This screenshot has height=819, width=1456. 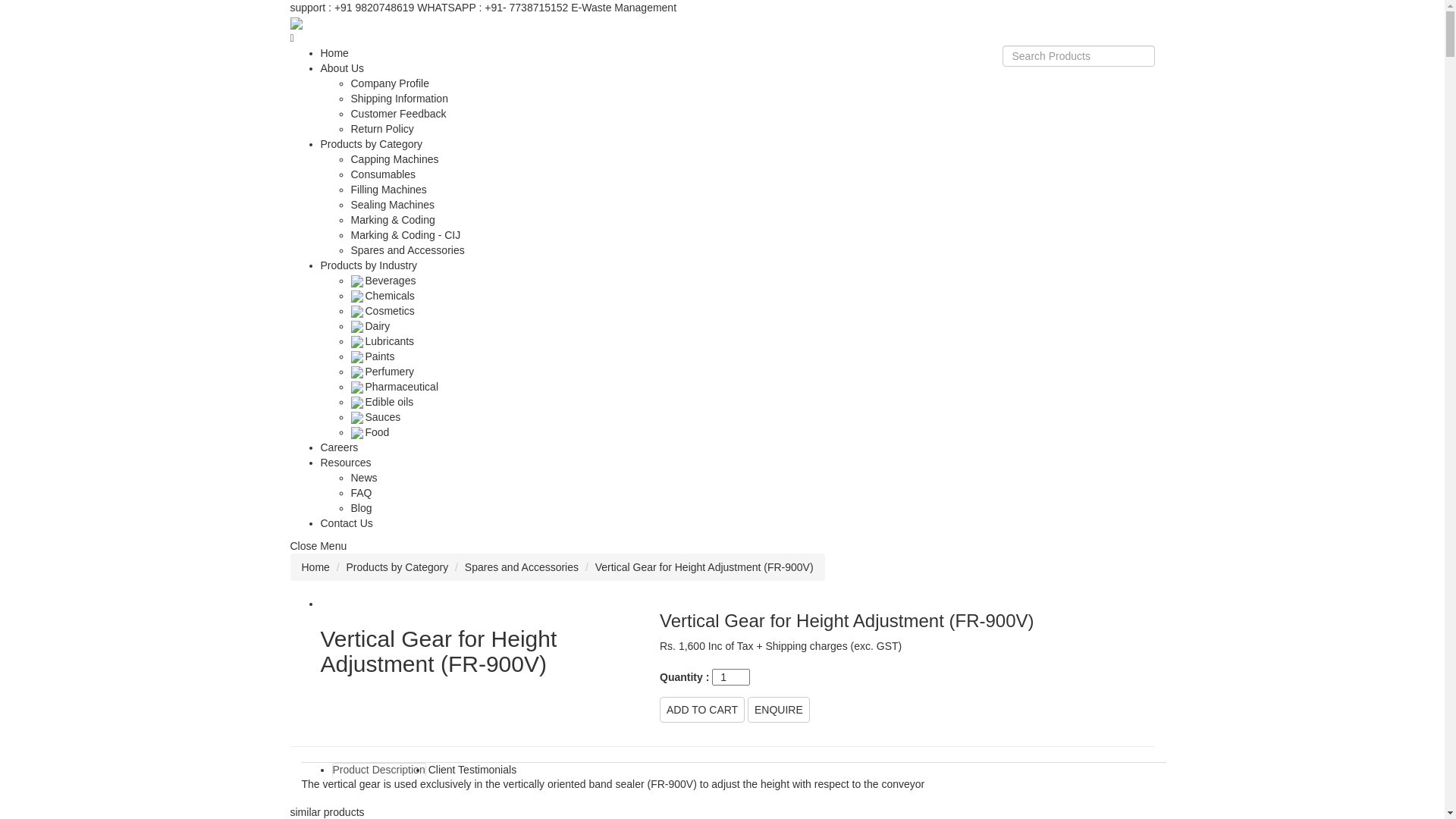 I want to click on 'Shipping Information', so click(x=349, y=99).